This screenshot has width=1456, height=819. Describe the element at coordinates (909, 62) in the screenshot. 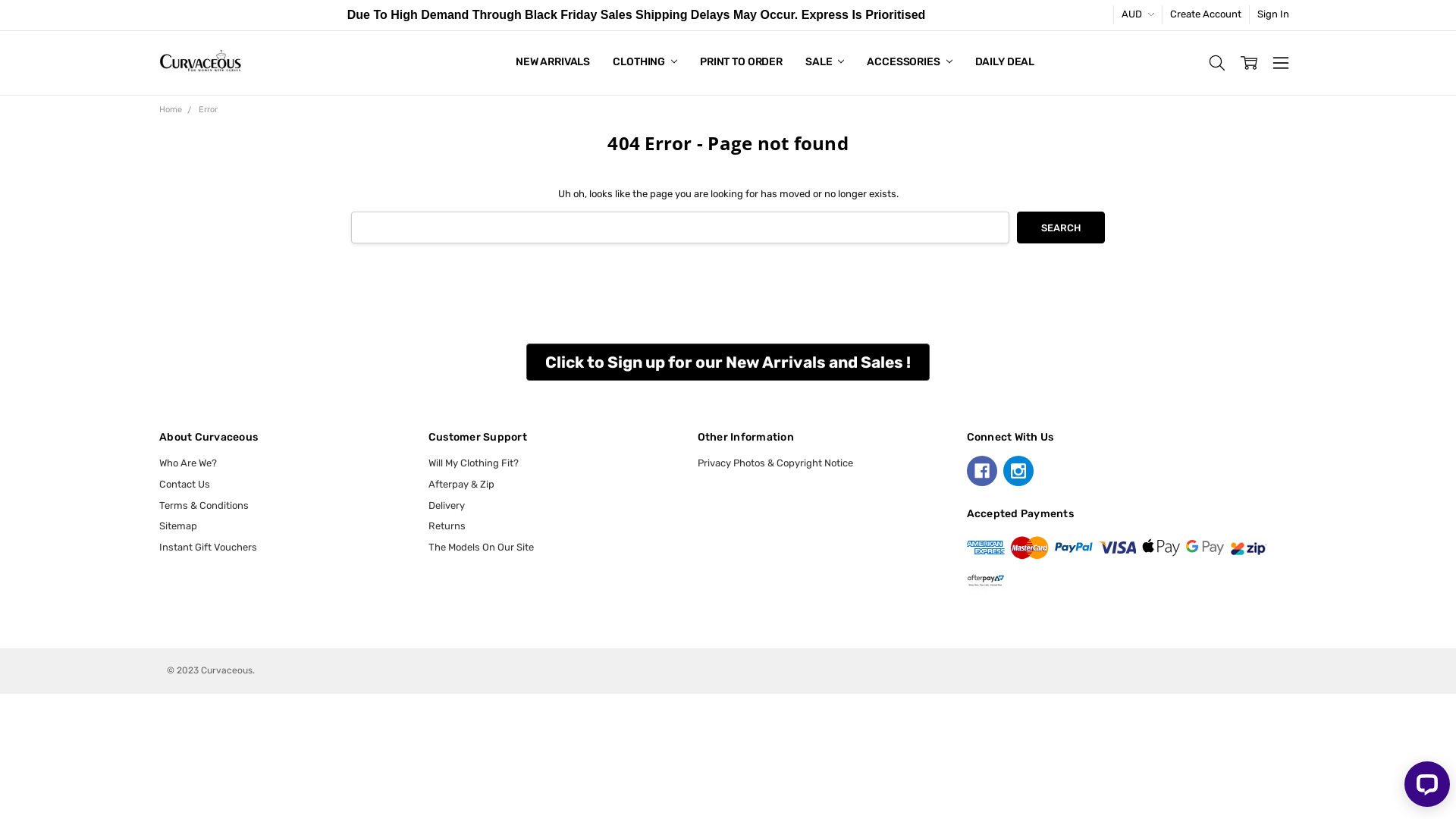

I see `'ACCESSORIES'` at that location.